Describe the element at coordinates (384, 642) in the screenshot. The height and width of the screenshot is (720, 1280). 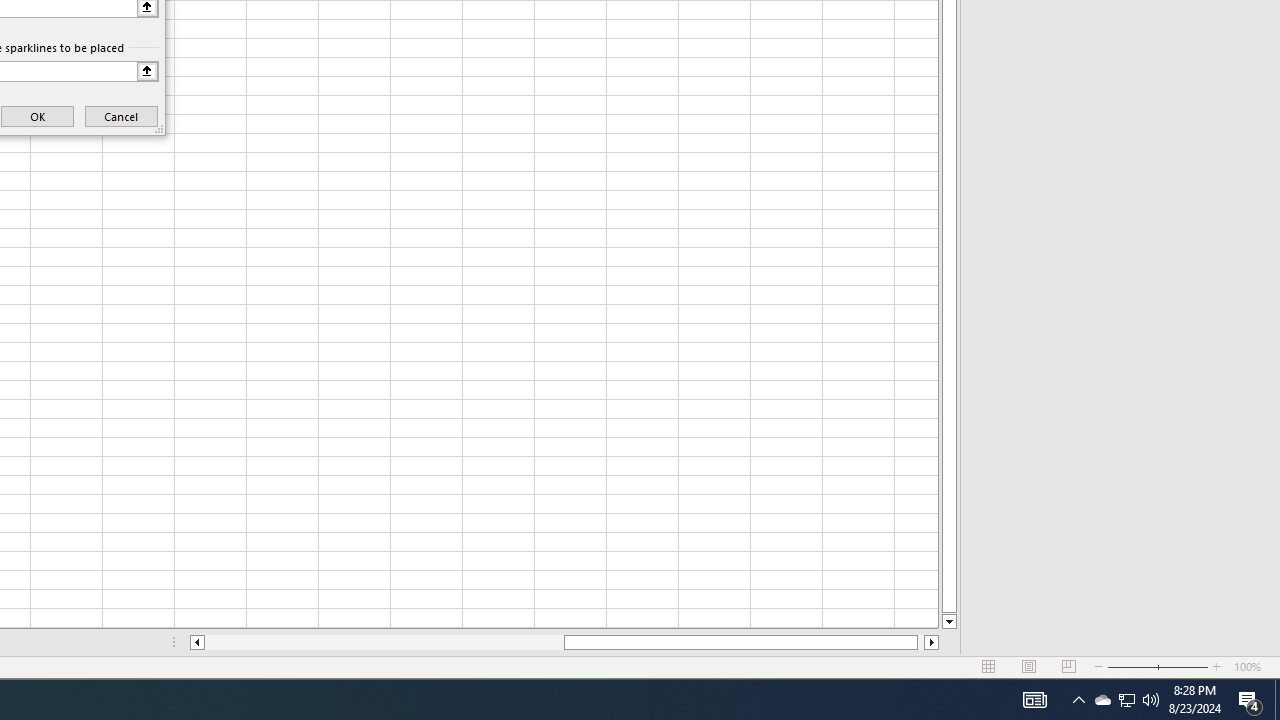
I see `'Page left'` at that location.